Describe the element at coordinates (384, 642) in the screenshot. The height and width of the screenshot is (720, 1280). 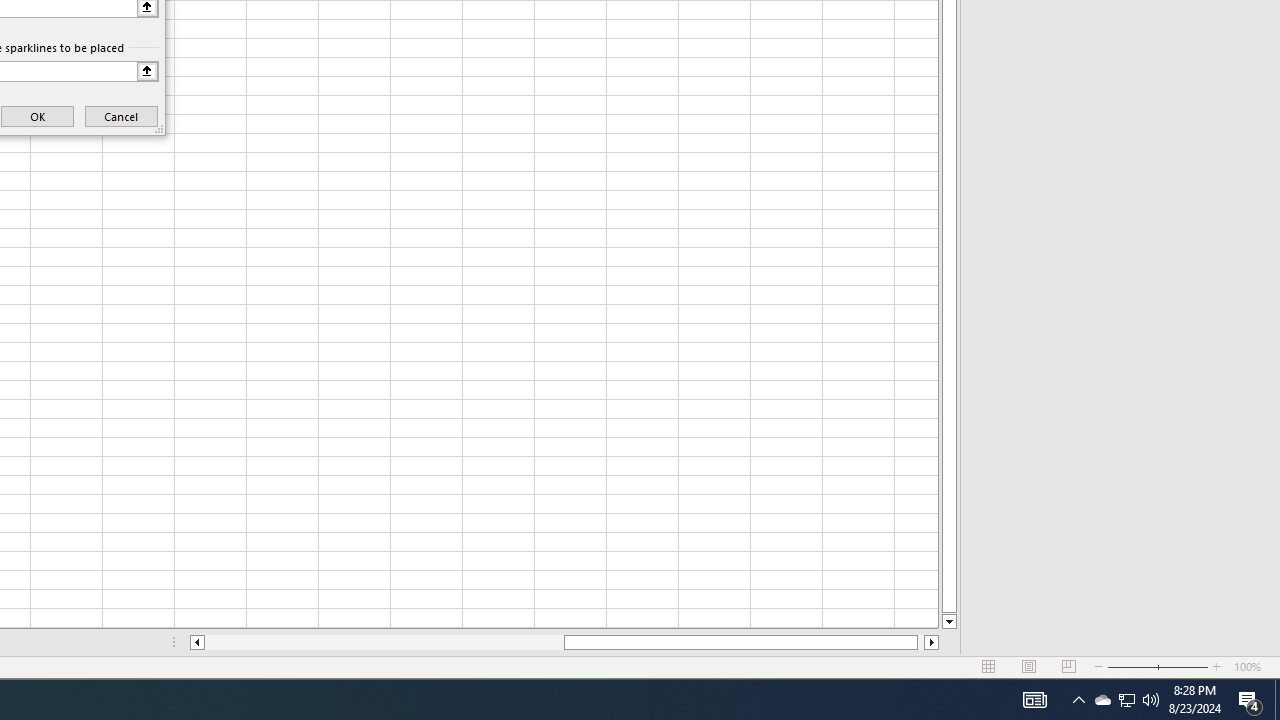
I see `'Page left'` at that location.